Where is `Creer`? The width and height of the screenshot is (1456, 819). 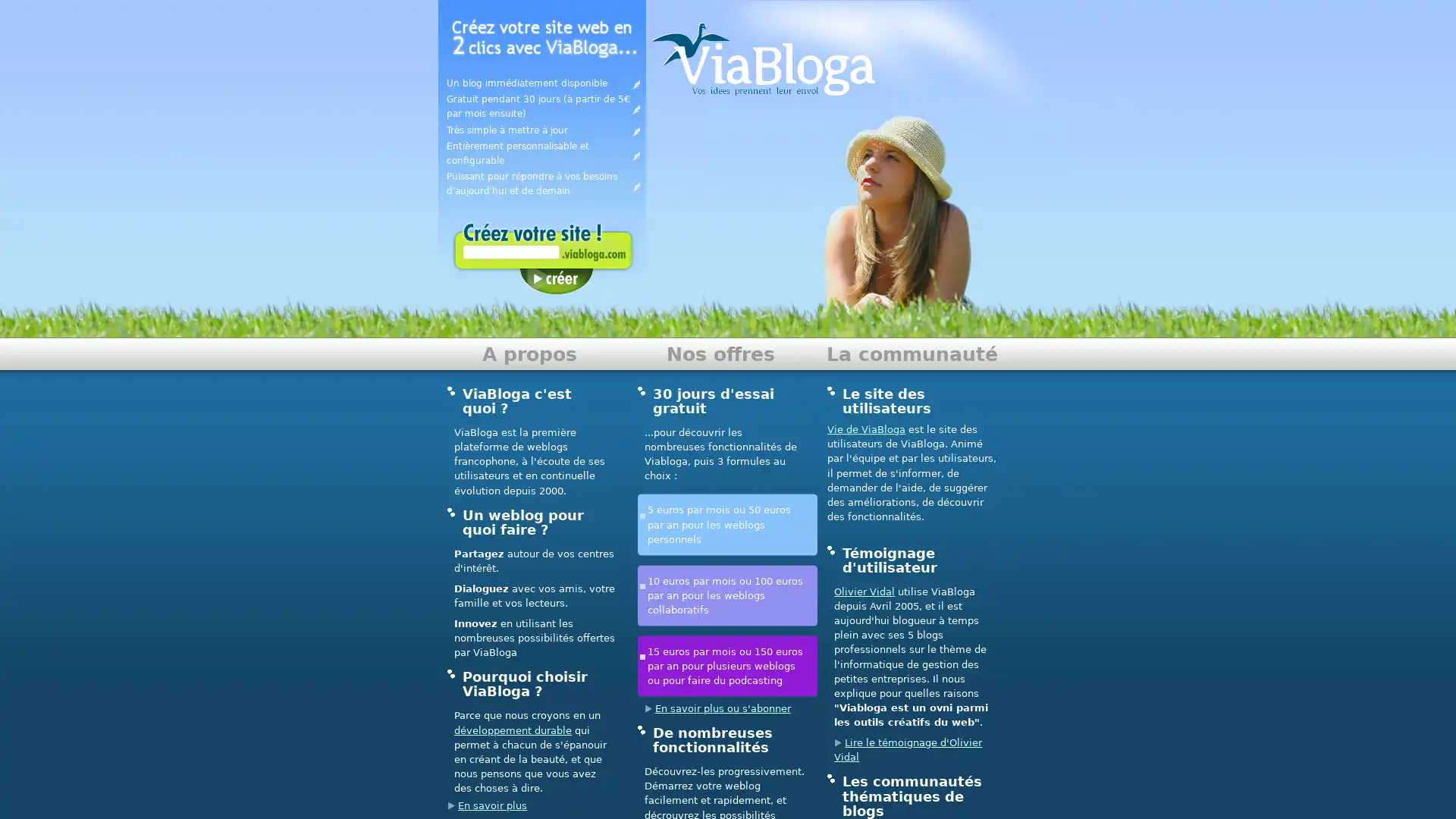 Creer is located at coordinates (555, 281).